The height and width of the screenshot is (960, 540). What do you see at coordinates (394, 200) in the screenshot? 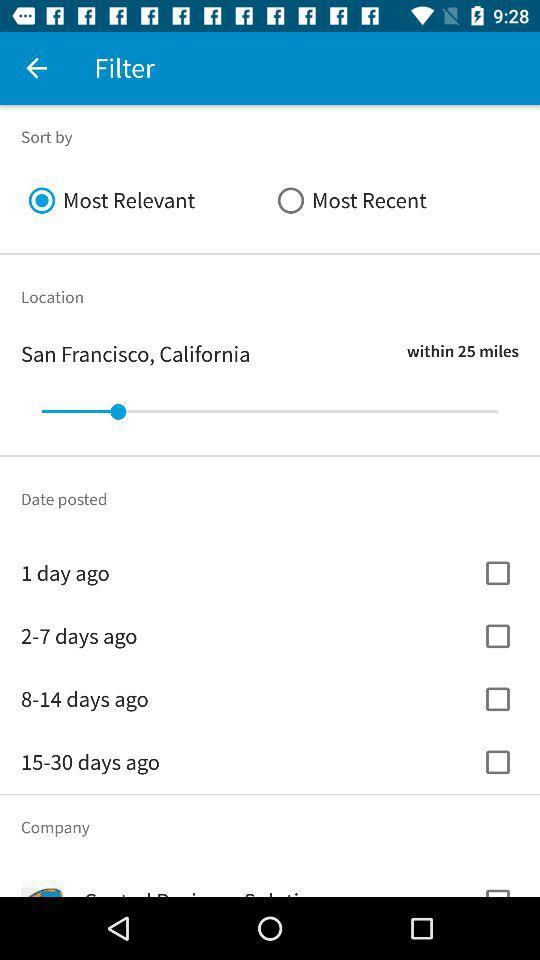
I see `item next to the most relevant` at bounding box center [394, 200].